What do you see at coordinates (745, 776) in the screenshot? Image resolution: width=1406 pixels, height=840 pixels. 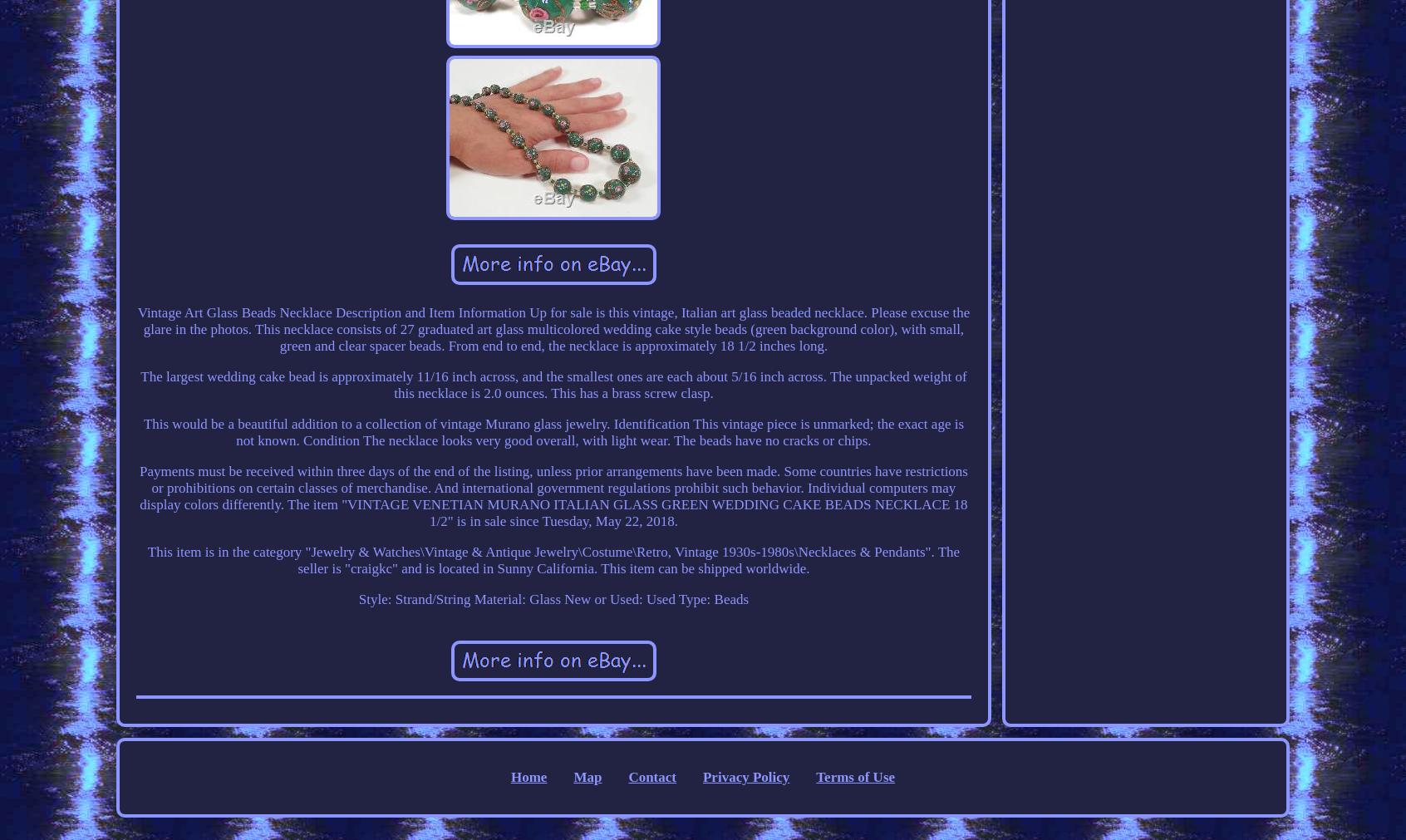 I see `'Privacy Policy'` at bounding box center [745, 776].